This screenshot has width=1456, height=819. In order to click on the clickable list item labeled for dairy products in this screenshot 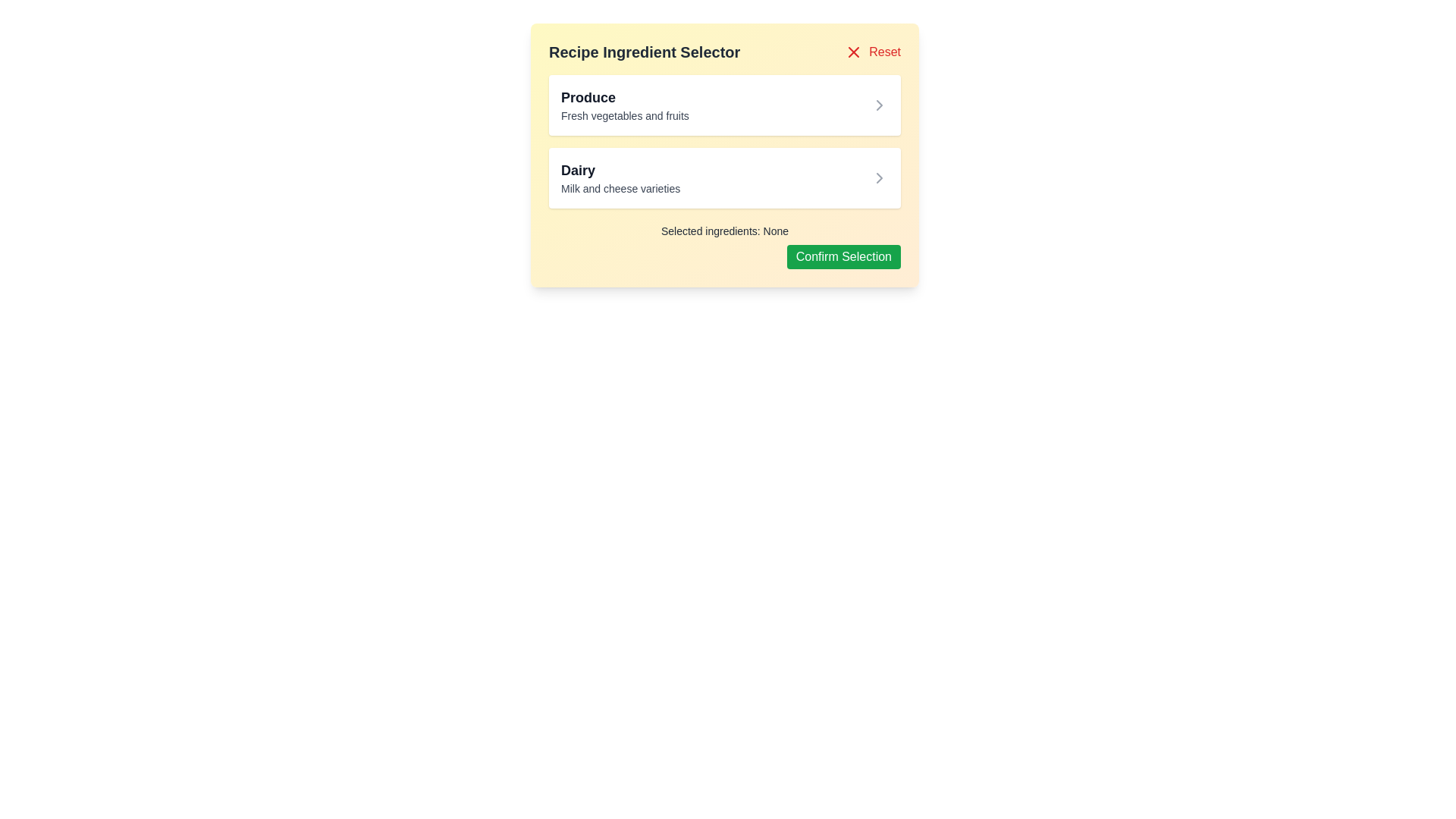, I will do `click(620, 177)`.